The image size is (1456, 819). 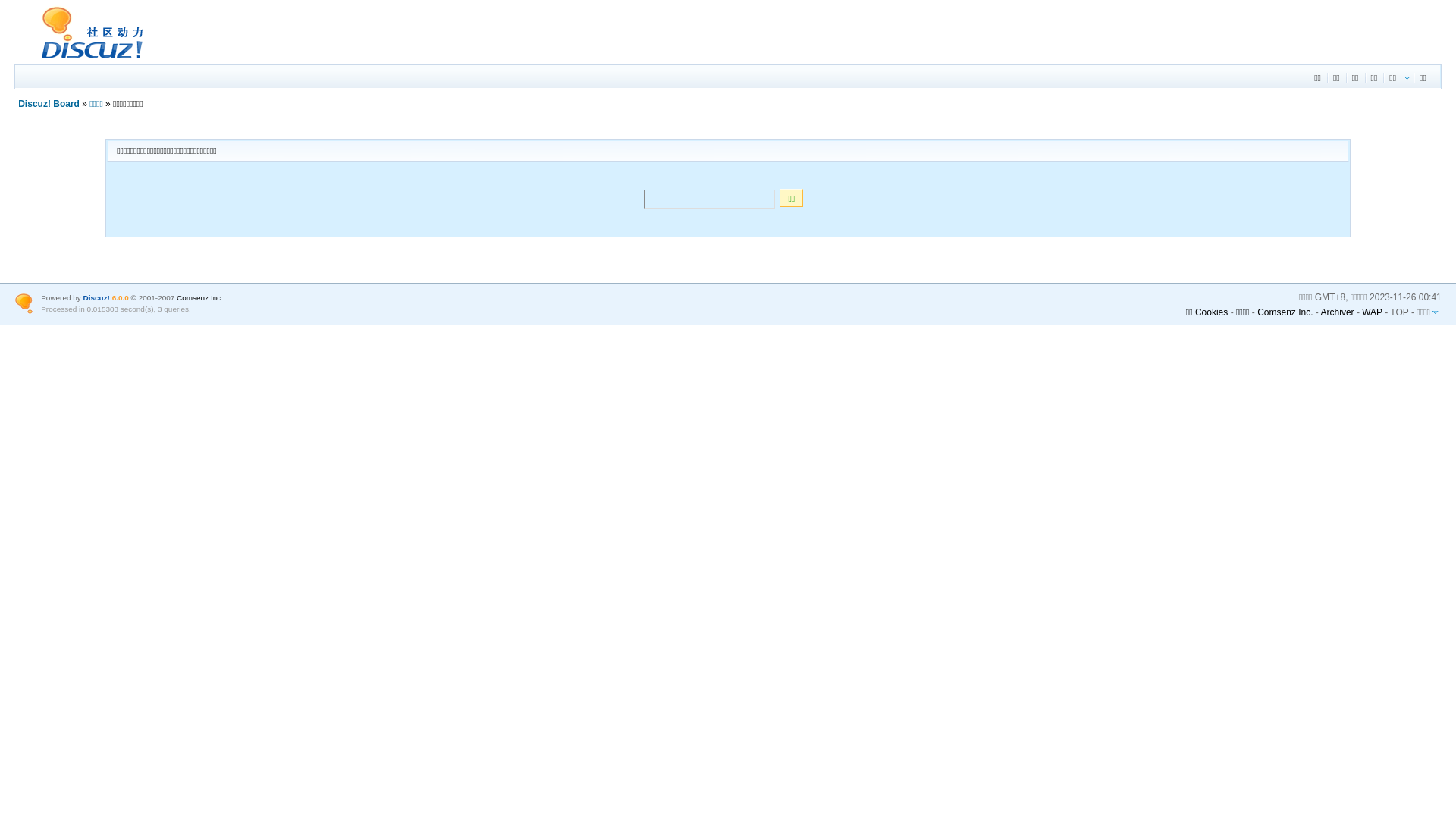 I want to click on 'TOP', so click(x=1398, y=312).